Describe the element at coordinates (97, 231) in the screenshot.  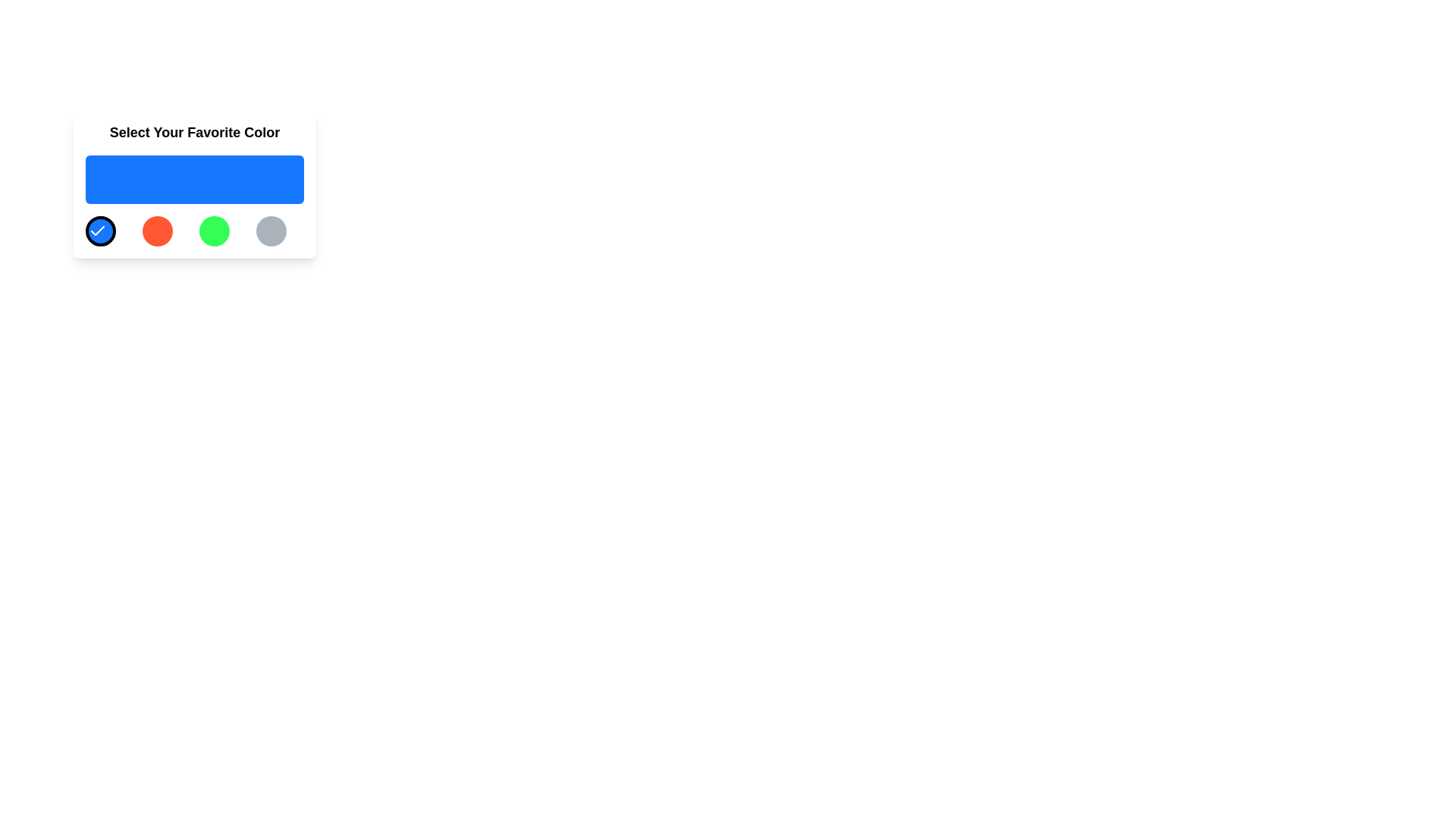
I see `the small checkmark-shaped icon located within the first circular black button with a blue background in a horizontal group of buttons` at that location.